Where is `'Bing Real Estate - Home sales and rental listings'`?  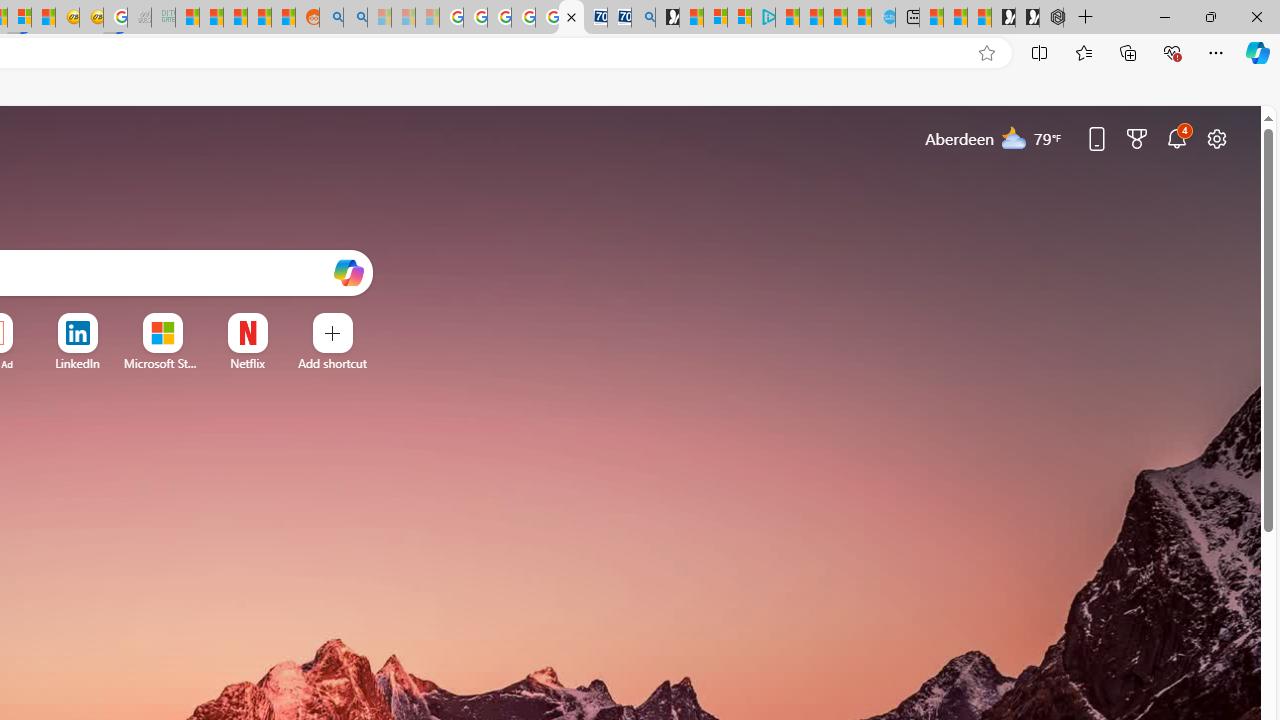 'Bing Real Estate - Home sales and rental listings' is located at coordinates (643, 17).